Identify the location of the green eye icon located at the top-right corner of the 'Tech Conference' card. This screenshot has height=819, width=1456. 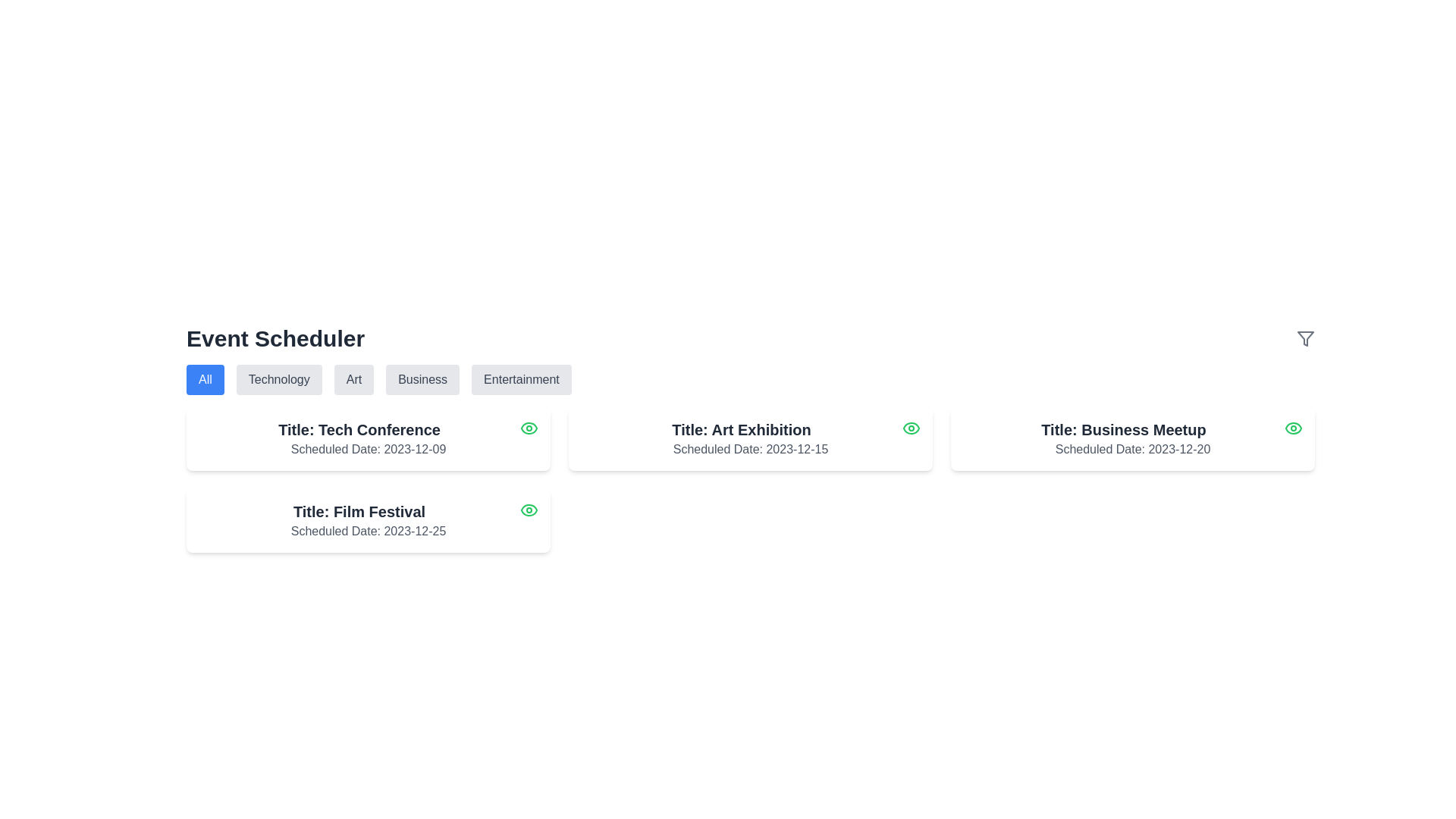
(529, 428).